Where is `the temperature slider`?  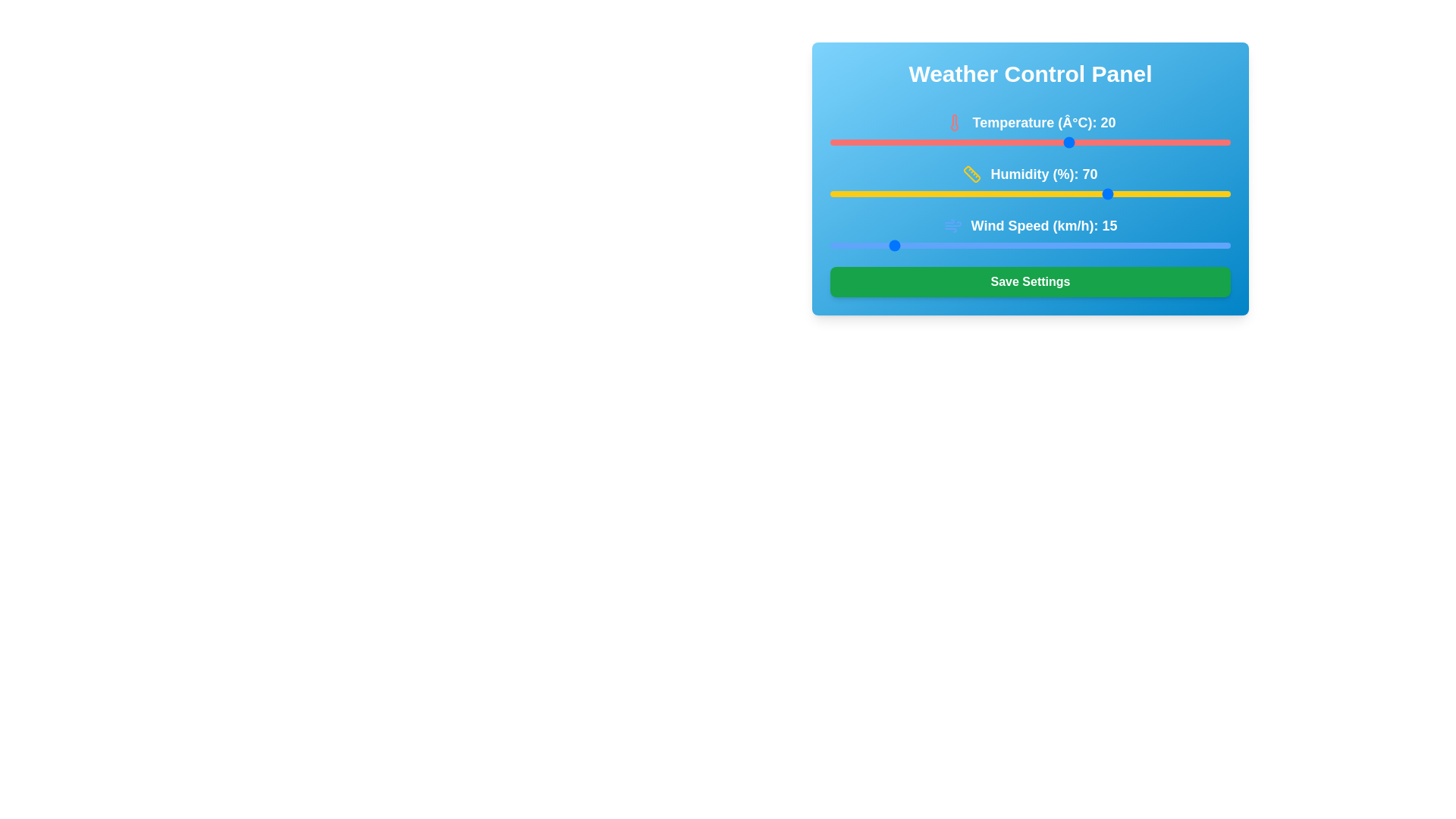 the temperature slider is located at coordinates (1119, 143).